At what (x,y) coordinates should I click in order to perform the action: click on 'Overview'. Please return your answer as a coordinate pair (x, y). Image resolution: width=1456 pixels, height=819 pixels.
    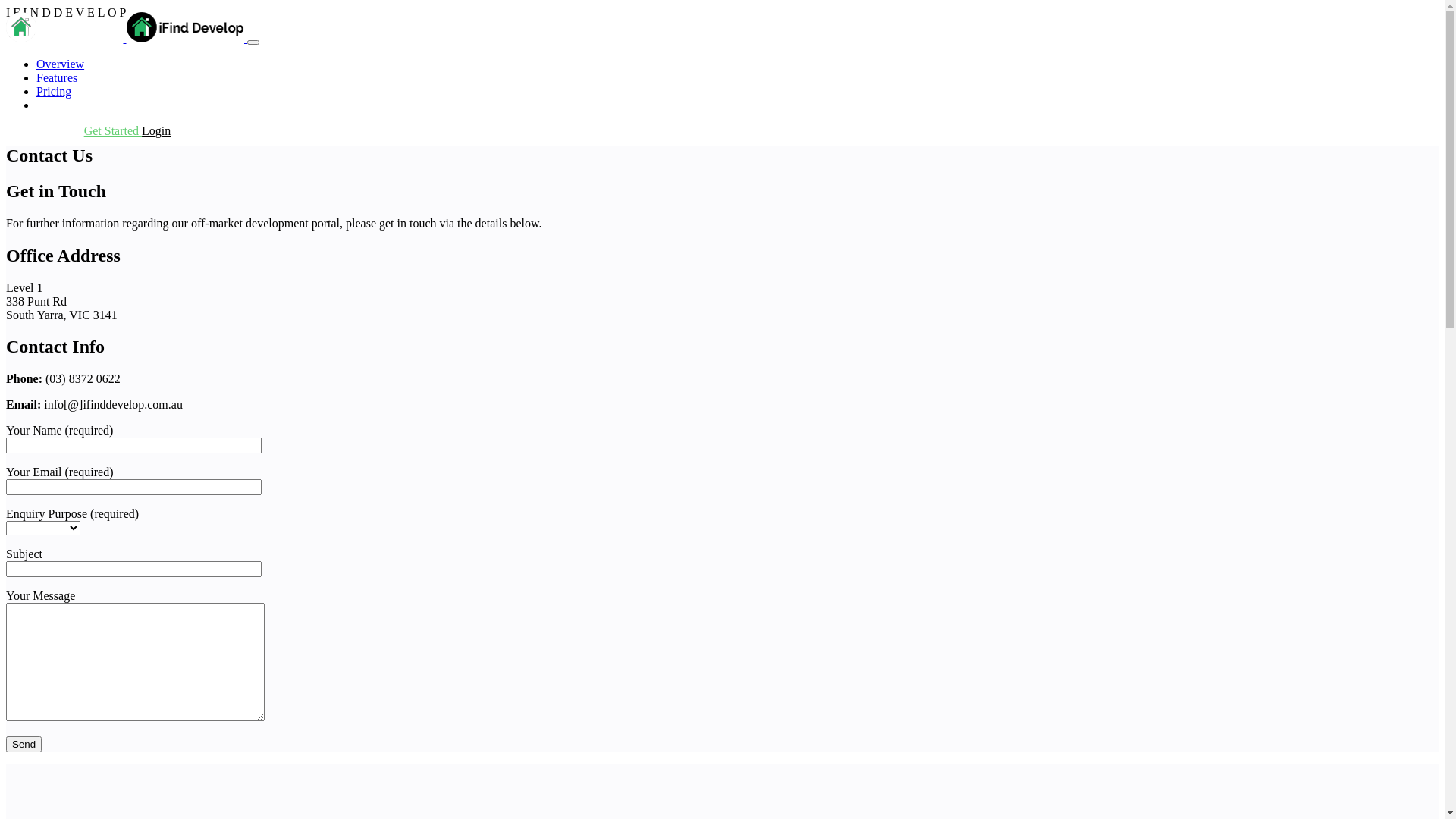
    Looking at the image, I should click on (60, 63).